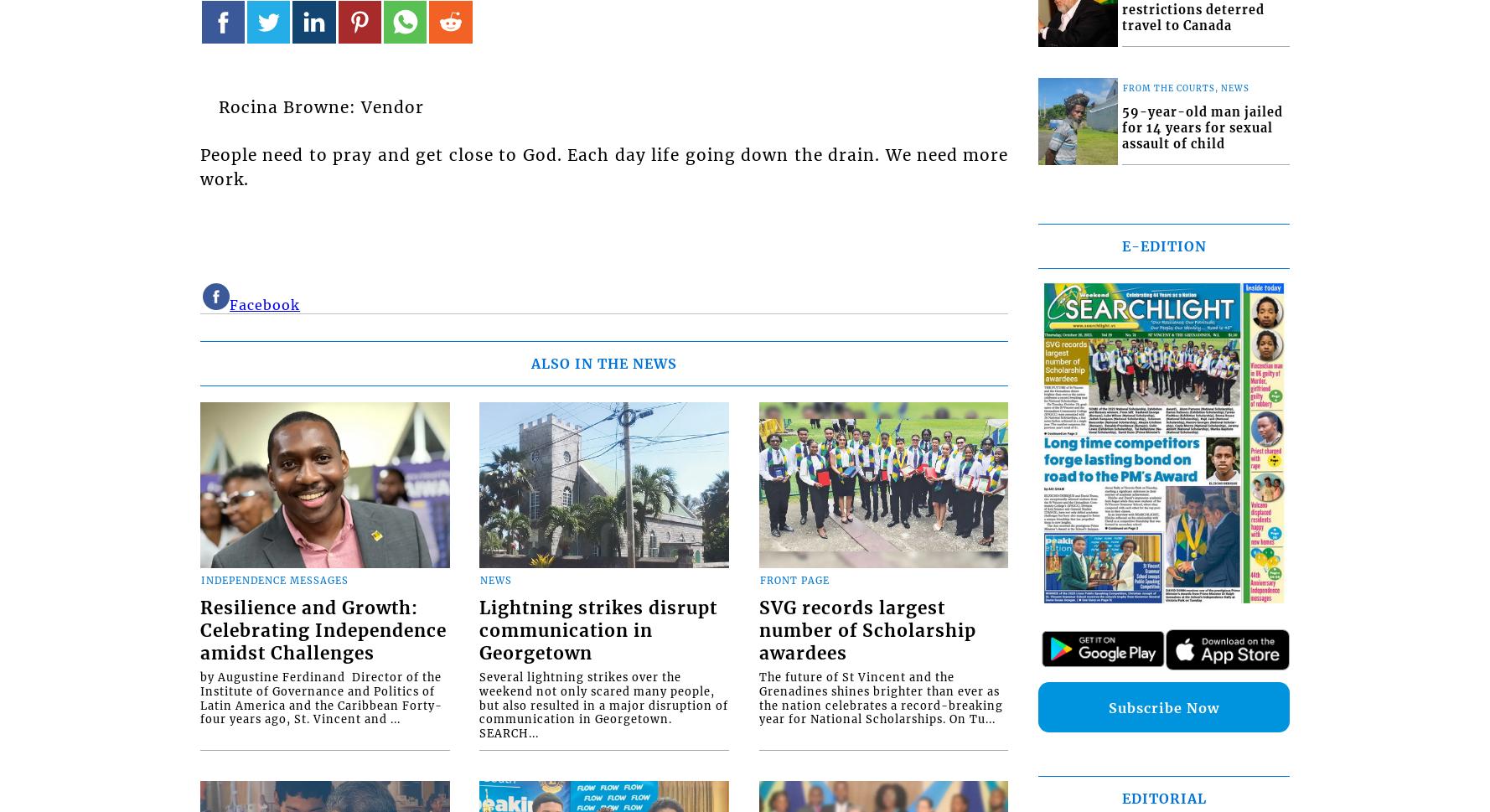 This screenshot has height=812, width=1490. Describe the element at coordinates (530, 362) in the screenshot. I see `'ALSO IN THE NEWS'` at that location.